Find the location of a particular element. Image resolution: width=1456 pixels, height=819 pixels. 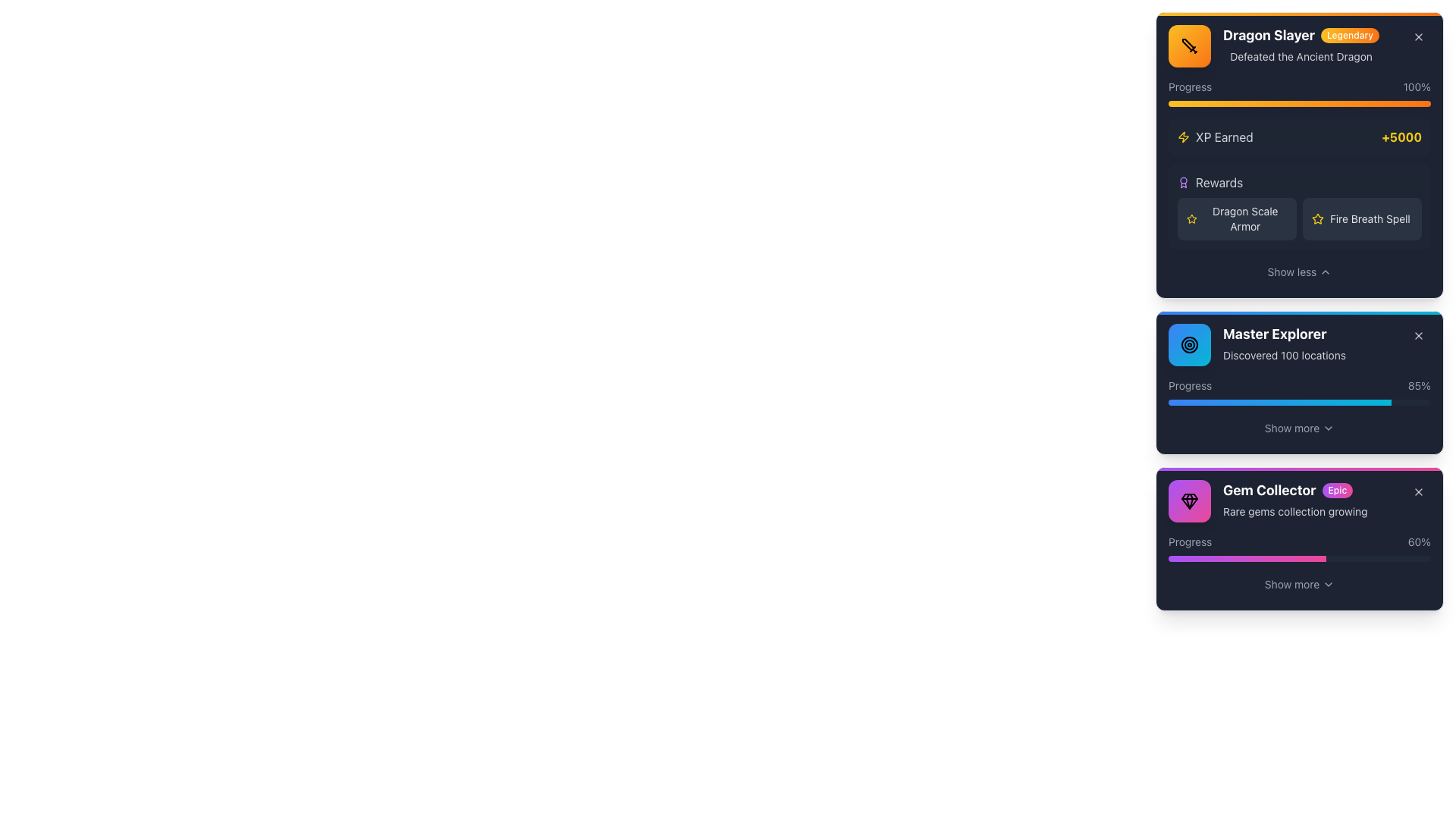

the close button icon located in the top-right corner of the 'Gem Collector' card is located at coordinates (1418, 491).